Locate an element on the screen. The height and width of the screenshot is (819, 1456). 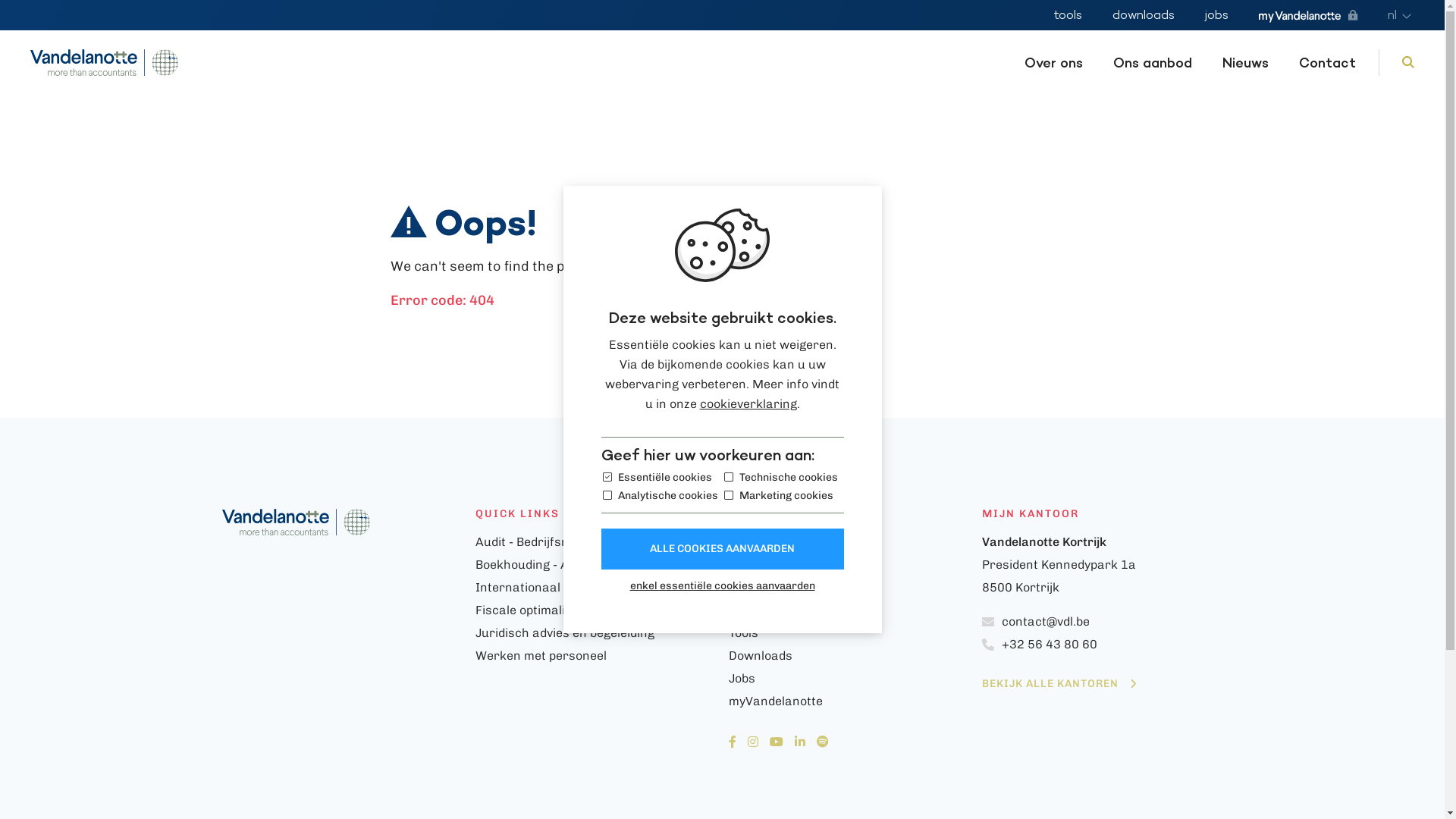
'Tools' is located at coordinates (728, 632).